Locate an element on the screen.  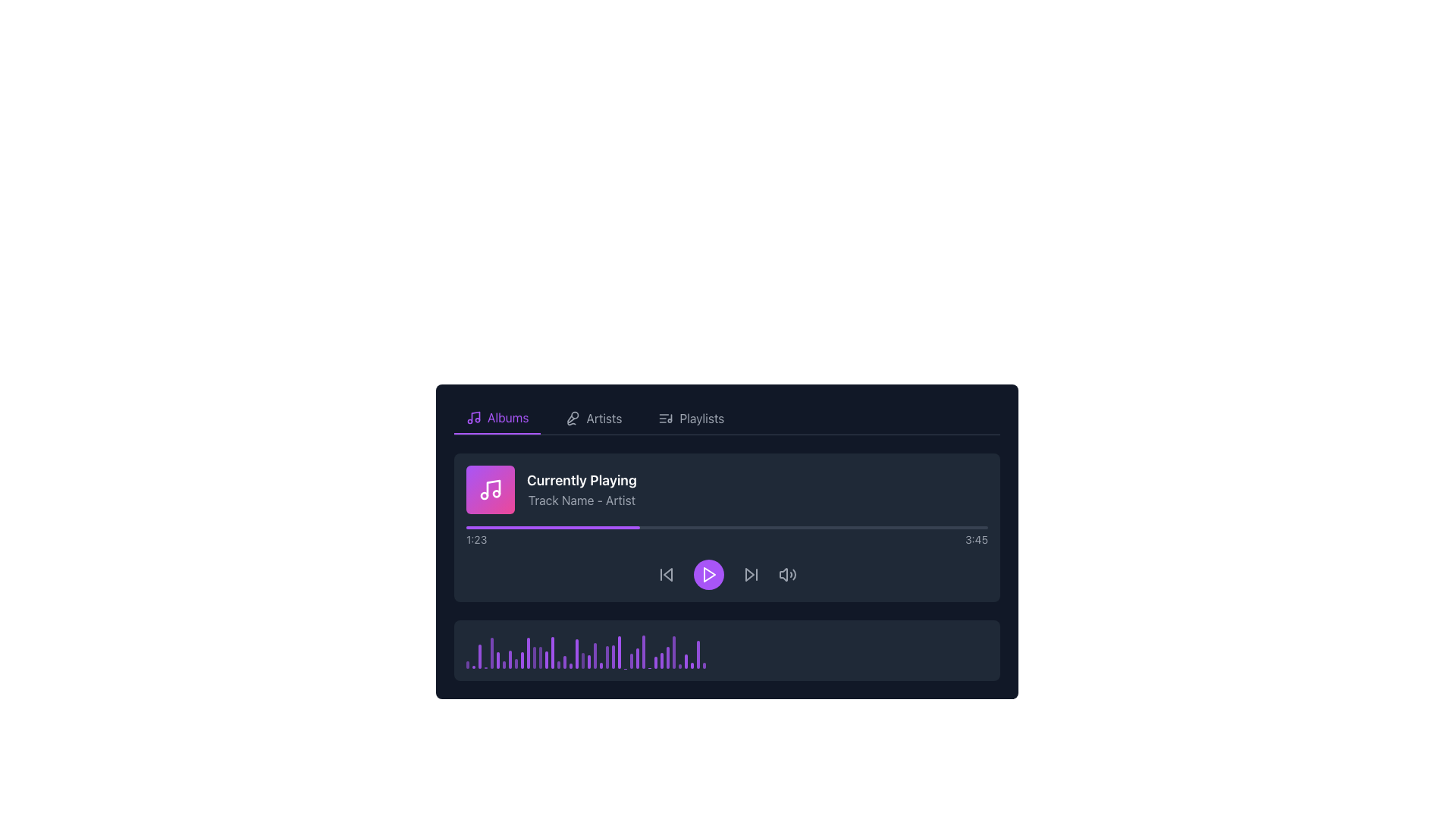
the playback position is located at coordinates (638, 526).